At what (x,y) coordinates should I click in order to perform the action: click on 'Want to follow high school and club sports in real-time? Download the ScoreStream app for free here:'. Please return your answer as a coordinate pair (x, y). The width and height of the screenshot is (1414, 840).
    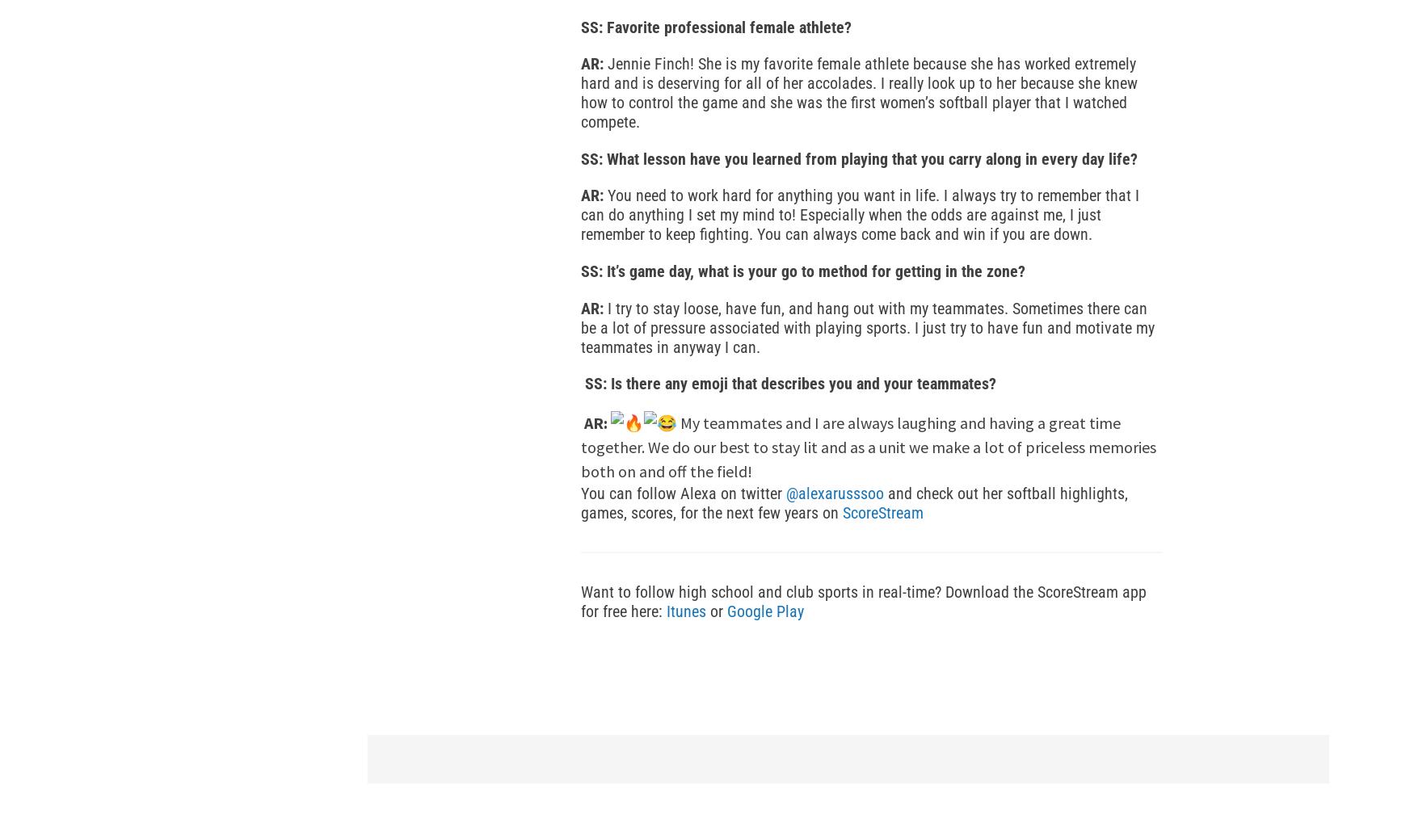
    Looking at the image, I should click on (864, 601).